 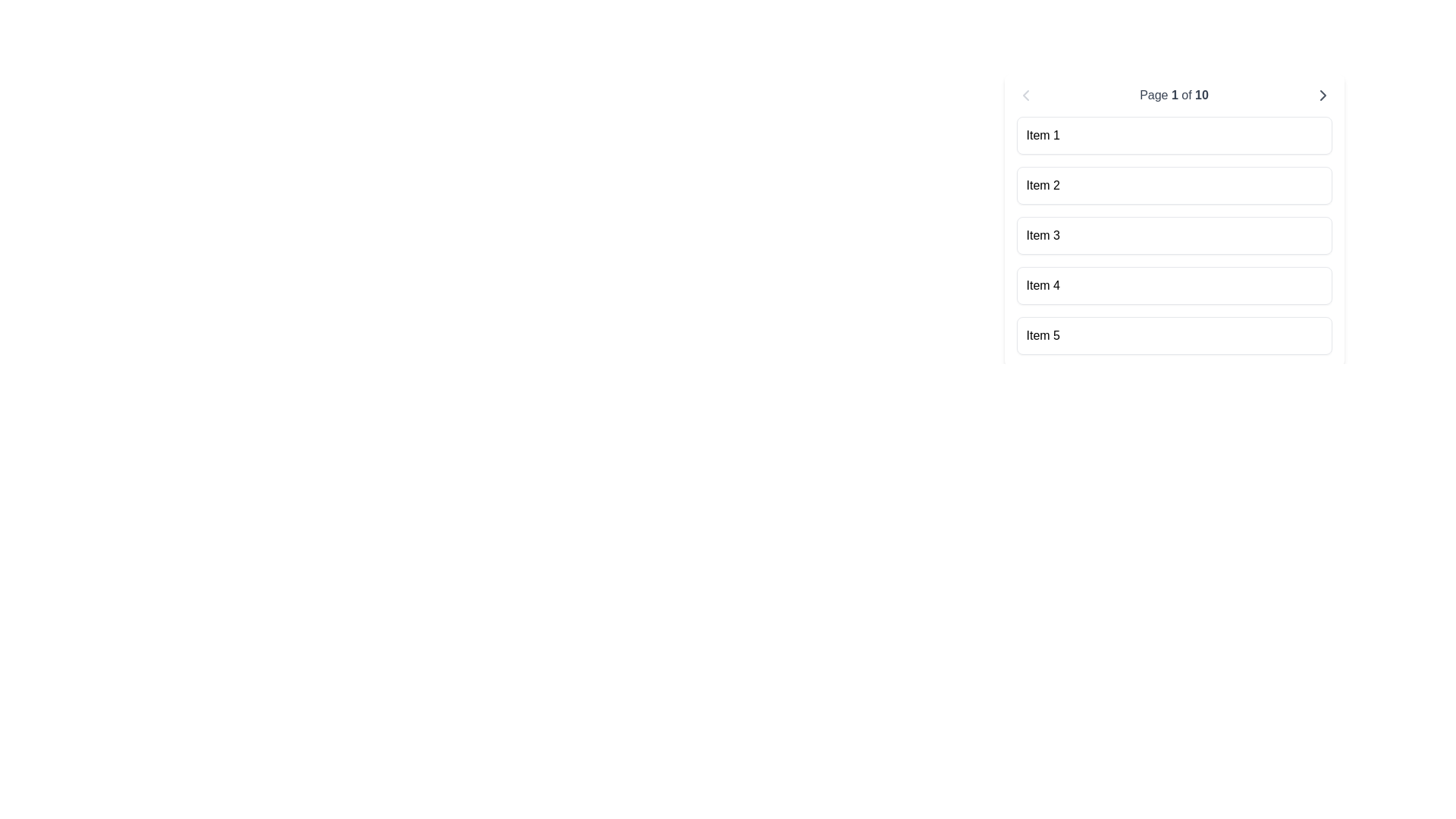 I want to click on the static text element that displays the total number of pages in the pagination component, located to the right of 'Page 1 of', so click(x=1200, y=95).